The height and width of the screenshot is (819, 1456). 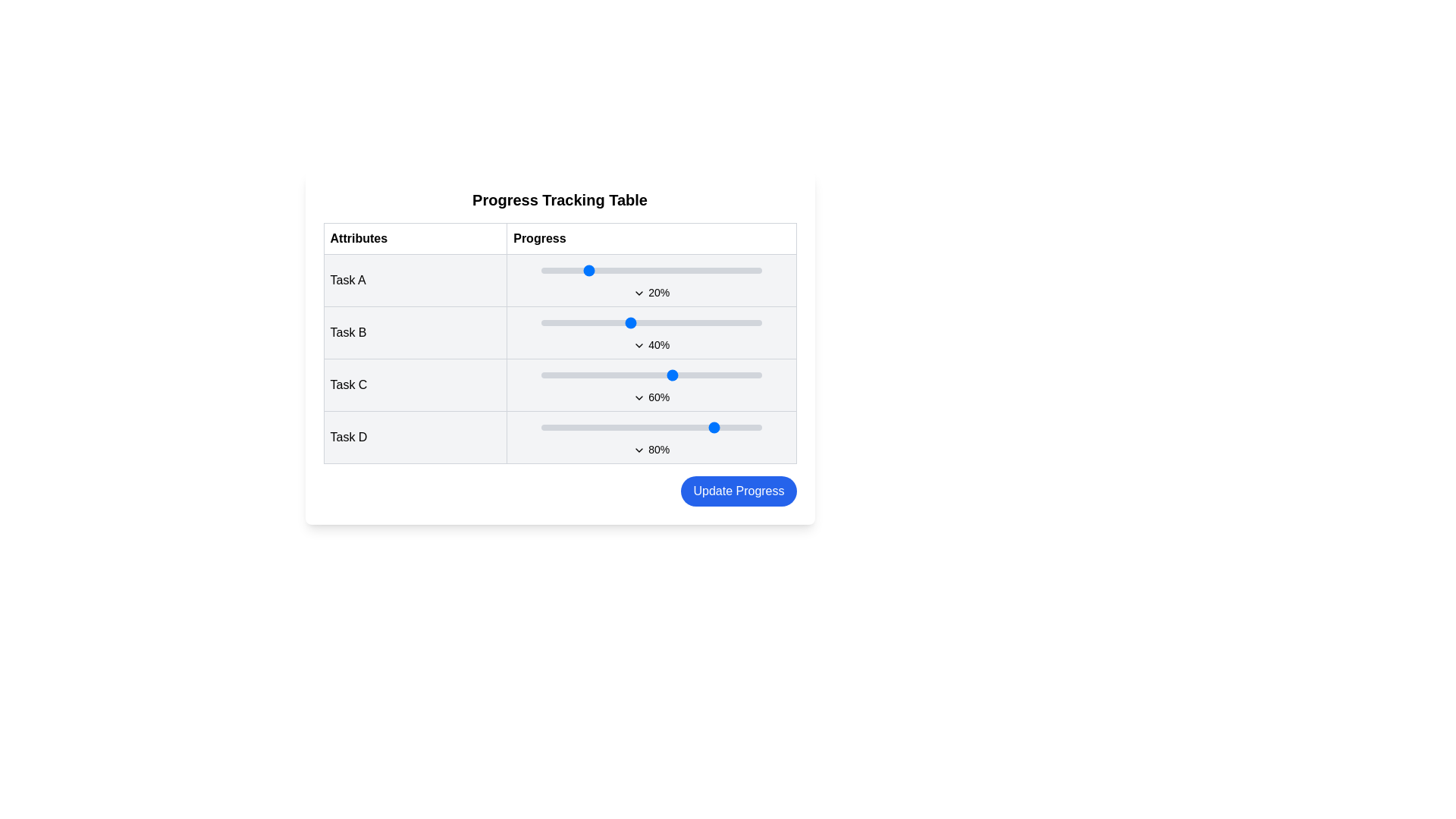 I want to click on the progress for Task C, so click(x=744, y=375).